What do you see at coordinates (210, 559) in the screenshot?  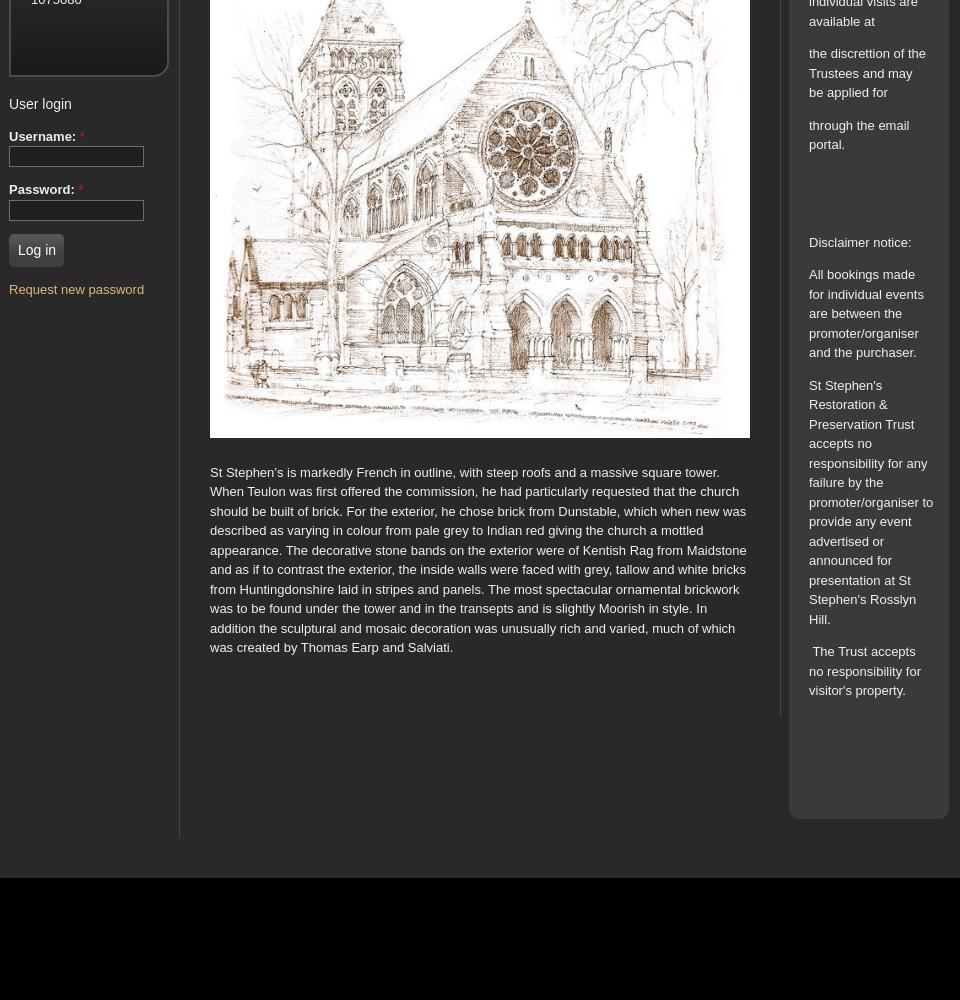 I see `'St Stephen’s is markedly French in outline, with steep roofs and a massive square tower. When Teulon was first offered the commission, he had particularly requested that the church should be built of brick. For the exterior, he chose brick from Dunstable, which when new was described as varying in colour from pale grey to Indian red giving the church a mottled appearance. The decorative stone bands on the exterior were of Kentish Rag from Maidstone and as if to contrast the exterior, the inside walls were faced with grey, tallow and white bricks from Huntingdonshire laid in stripes and panels. The most spectacular ornamental brickwork was to be found under the tower and in the transepts and is slightly Moorish in style. In addition the sculptural and mosaic decoration was unusually rich and varied, much of which was created by Thomas Earp and Salviati.'` at bounding box center [210, 559].